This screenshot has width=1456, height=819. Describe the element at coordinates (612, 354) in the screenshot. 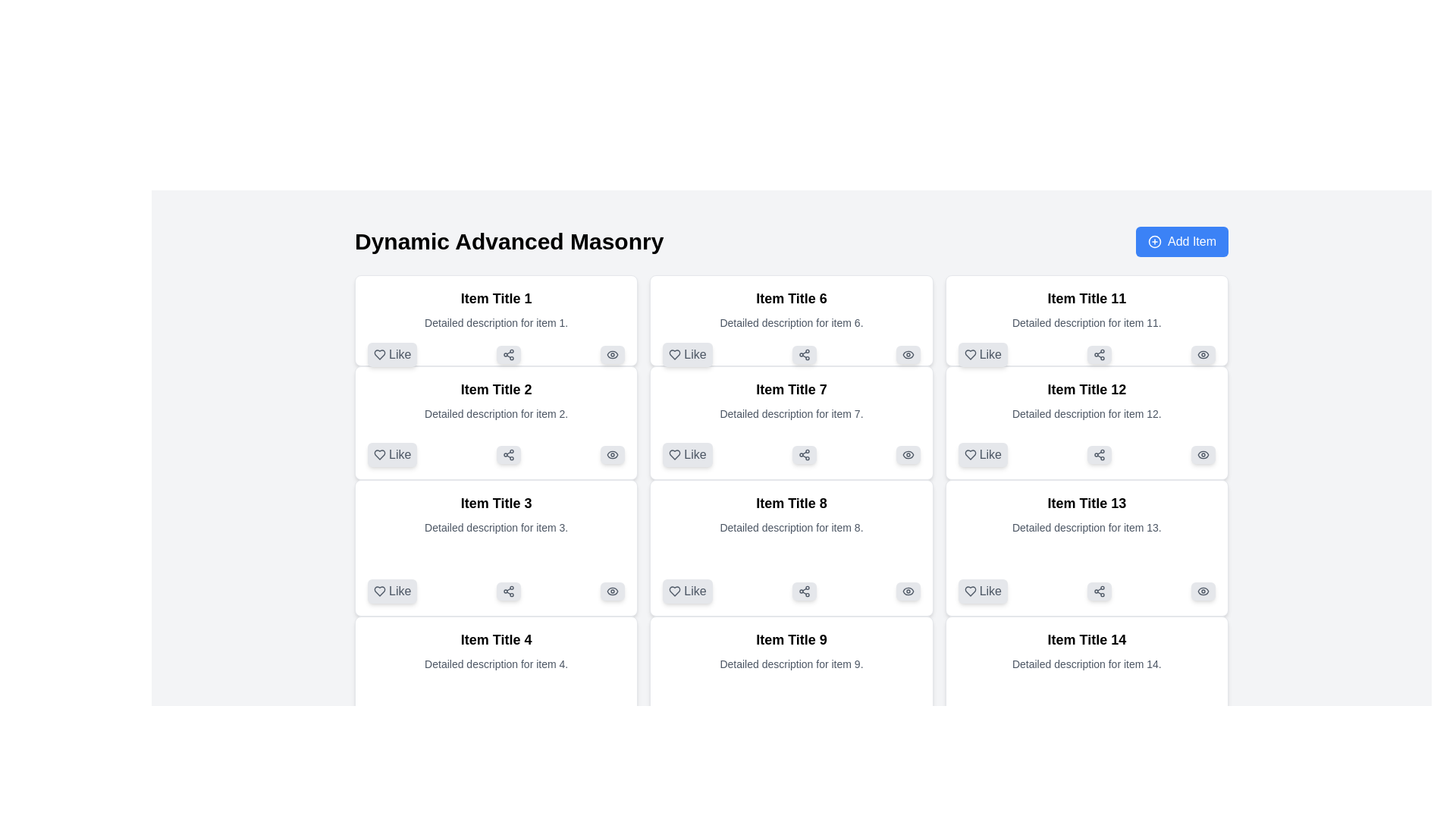

I see `the eye icon located at the lower right corner of the card labeled 'Item Title 1'` at that location.